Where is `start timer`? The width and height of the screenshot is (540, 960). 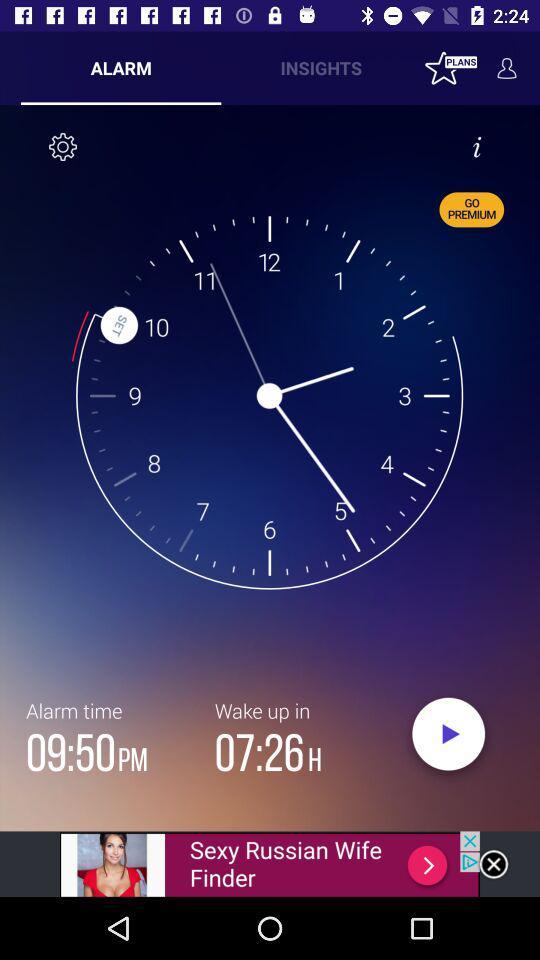 start timer is located at coordinates (448, 738).